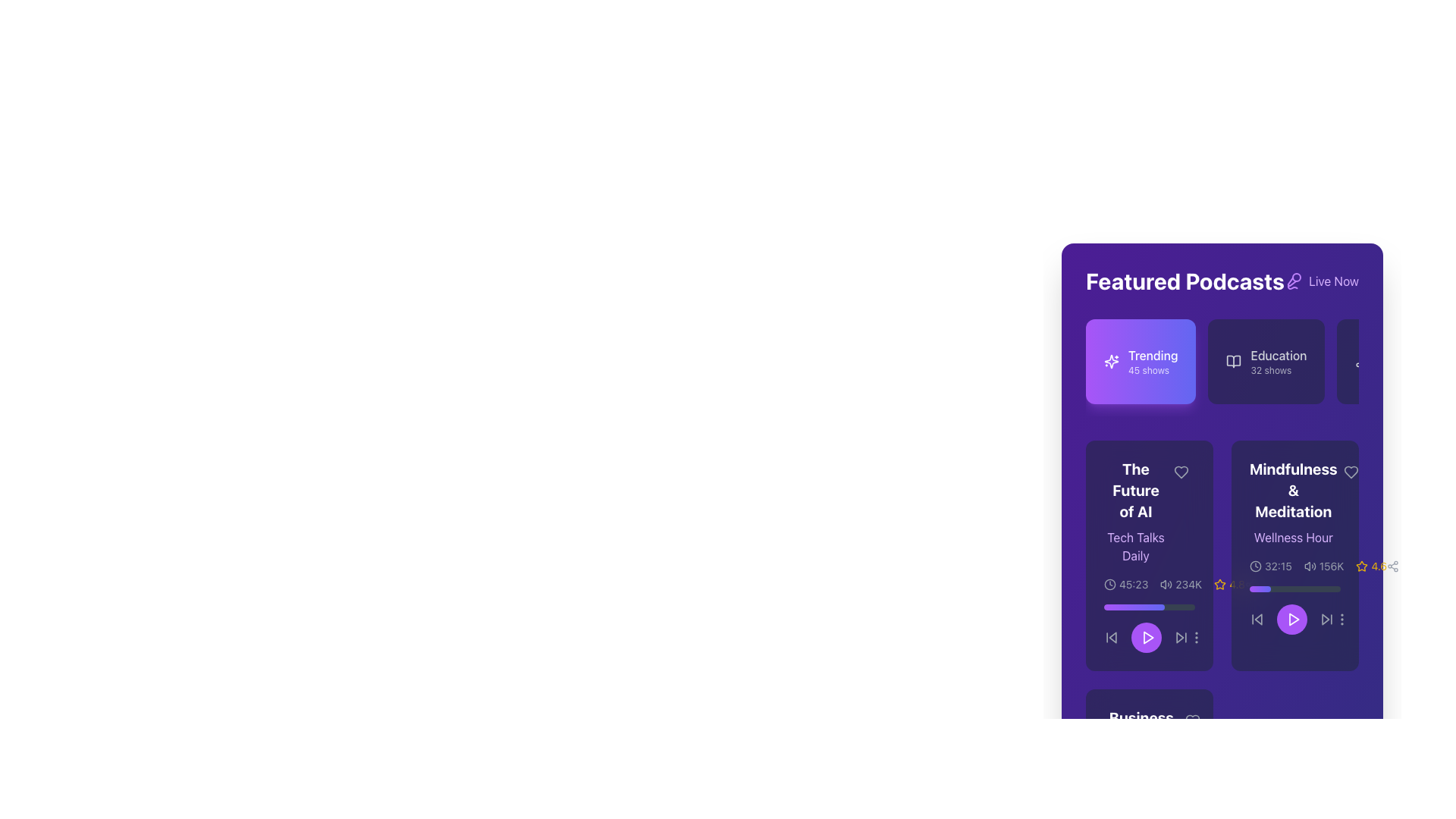 The height and width of the screenshot is (819, 1456). I want to click on the 'Featured Podcasts' text label element to highlight the text, so click(1185, 281).